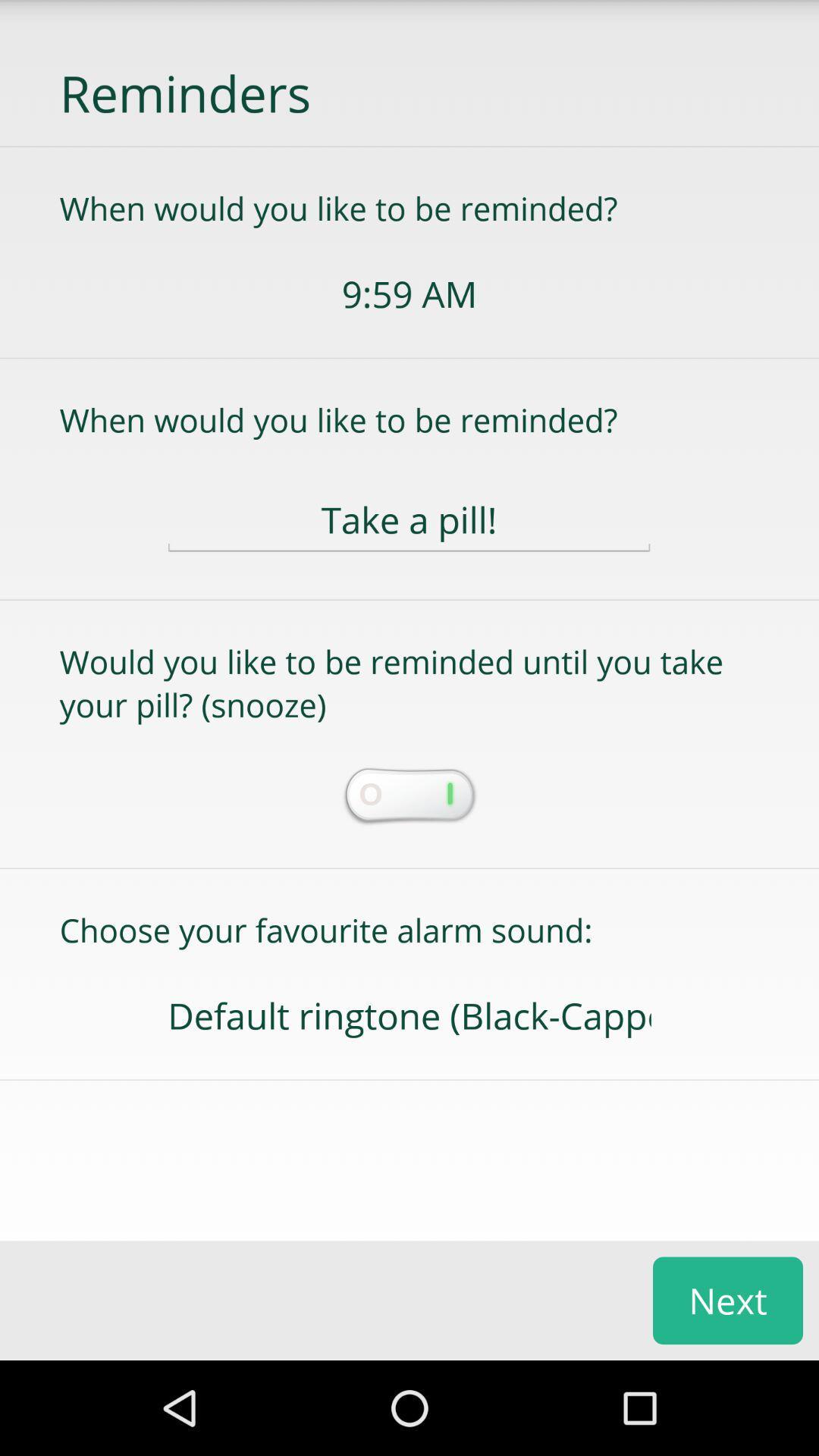  What do you see at coordinates (408, 796) in the screenshot?
I see `click the blinking box if you want to setup a reminder to take your pills` at bounding box center [408, 796].